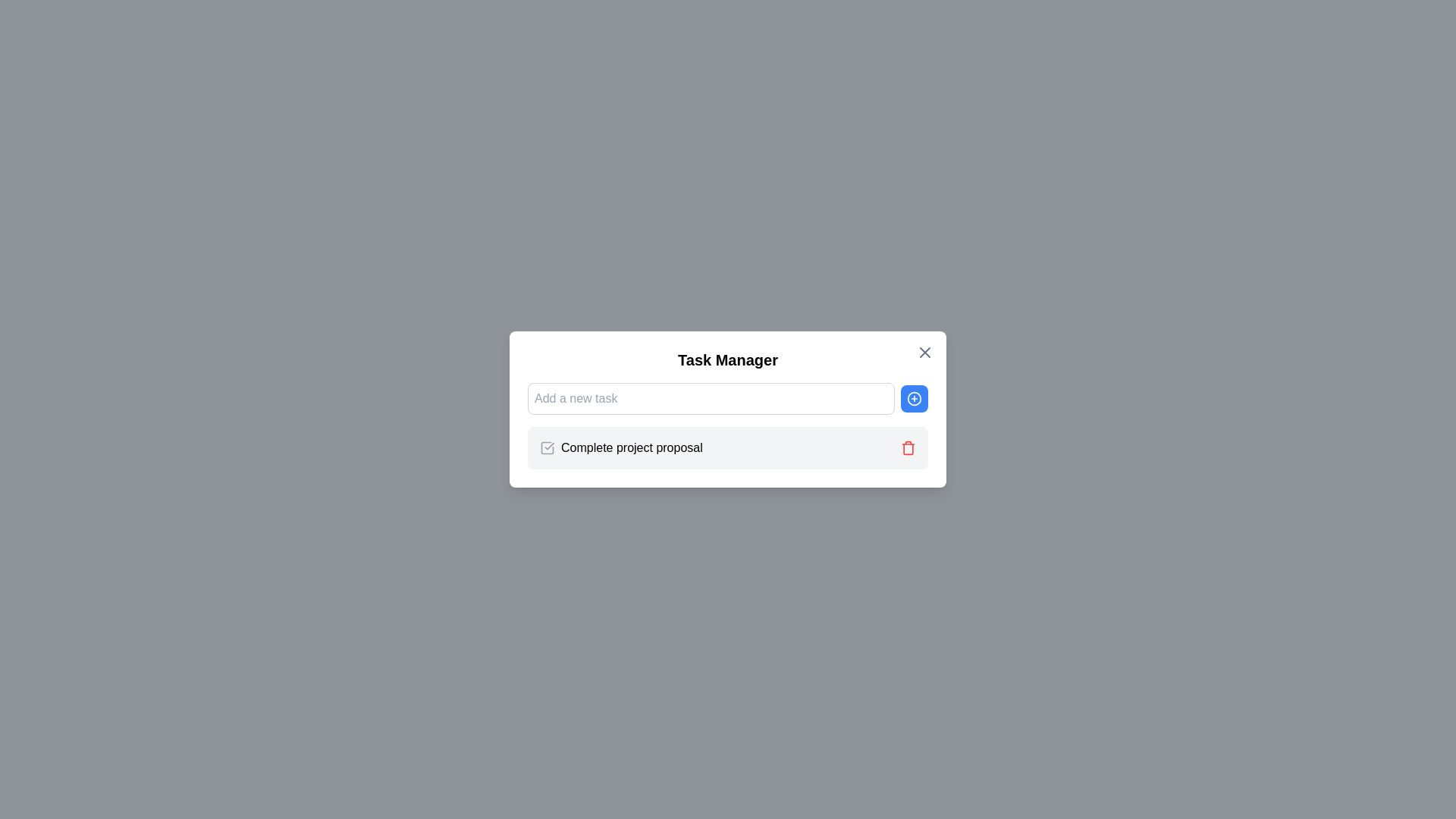 The height and width of the screenshot is (819, 1456). Describe the element at coordinates (908, 447) in the screenshot. I see `the central rectangle of the trash can icon` at that location.